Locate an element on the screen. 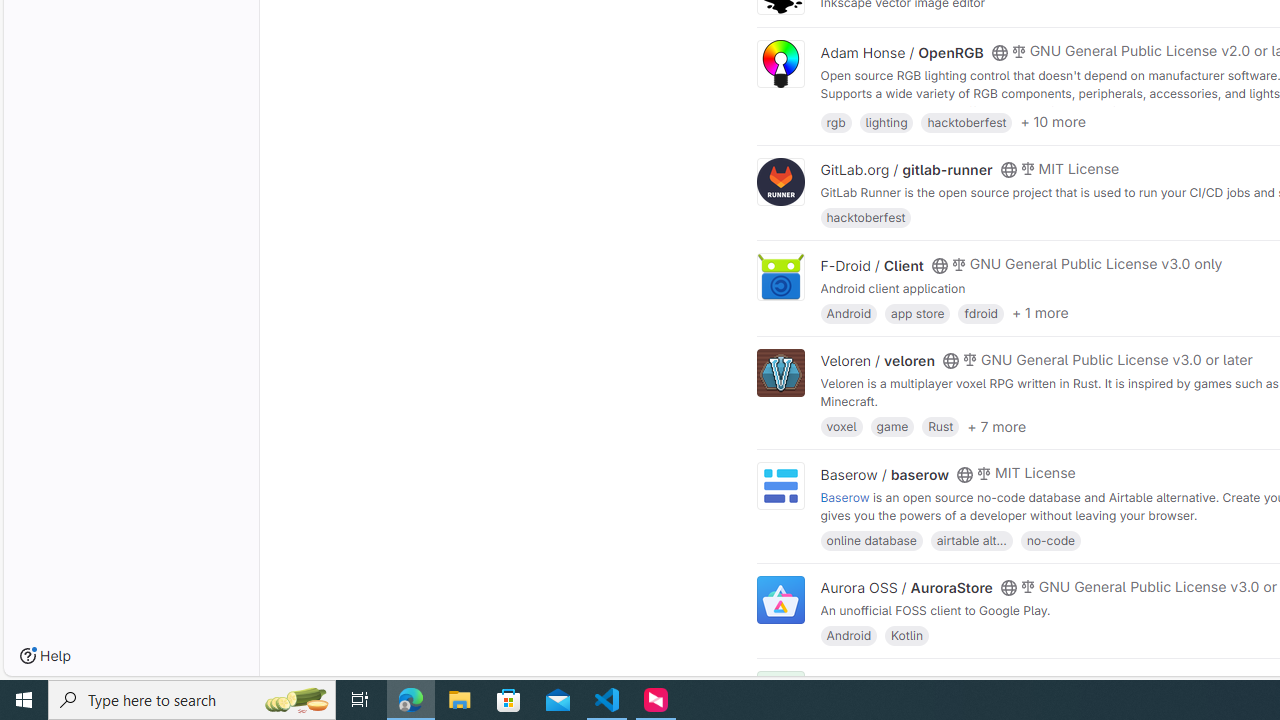 The image size is (1280, 720). 'Veloren / veloren' is located at coordinates (878, 361).